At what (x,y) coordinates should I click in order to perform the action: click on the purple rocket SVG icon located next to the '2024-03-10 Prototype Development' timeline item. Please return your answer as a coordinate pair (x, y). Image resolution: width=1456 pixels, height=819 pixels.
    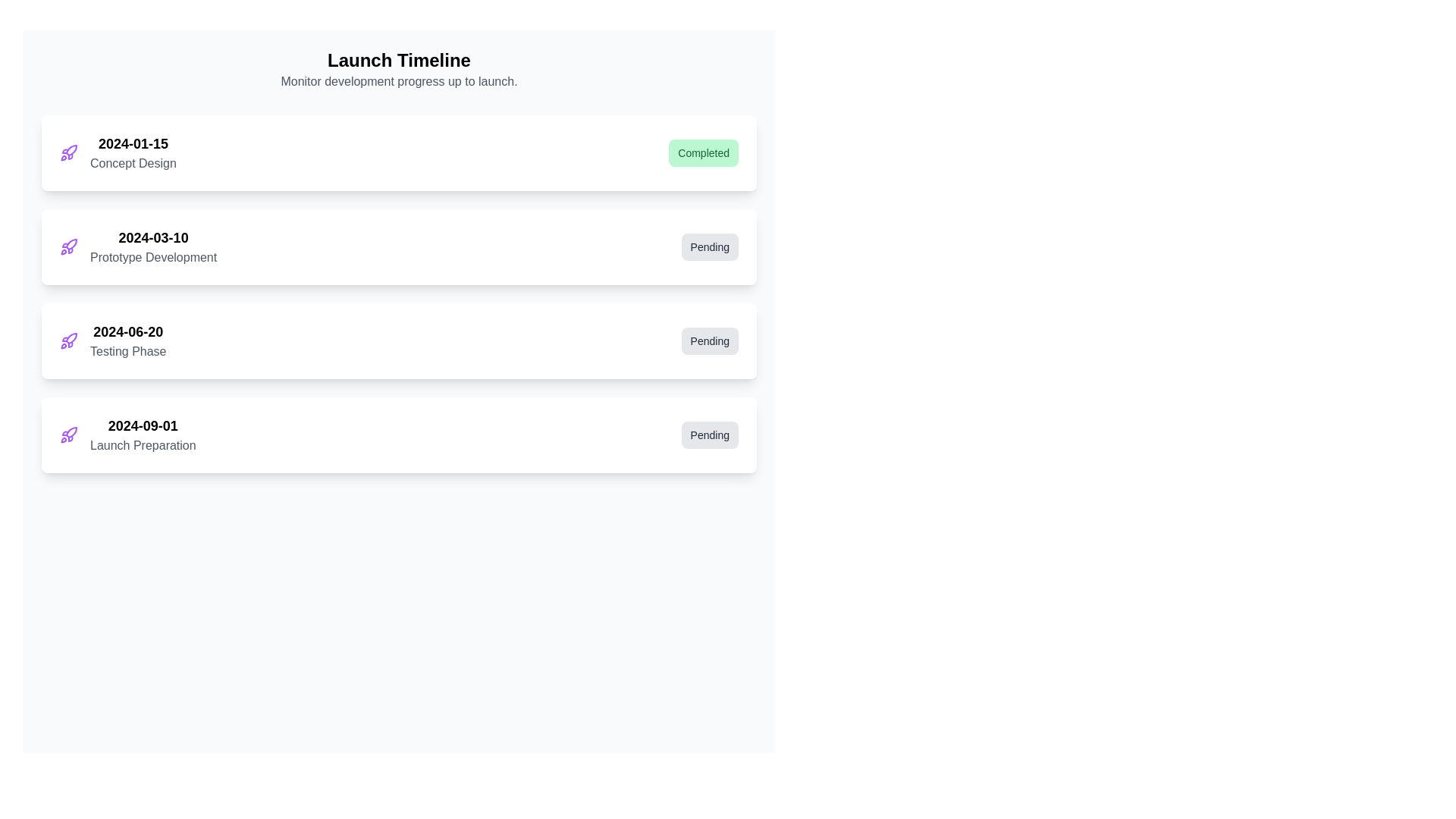
    Looking at the image, I should click on (68, 246).